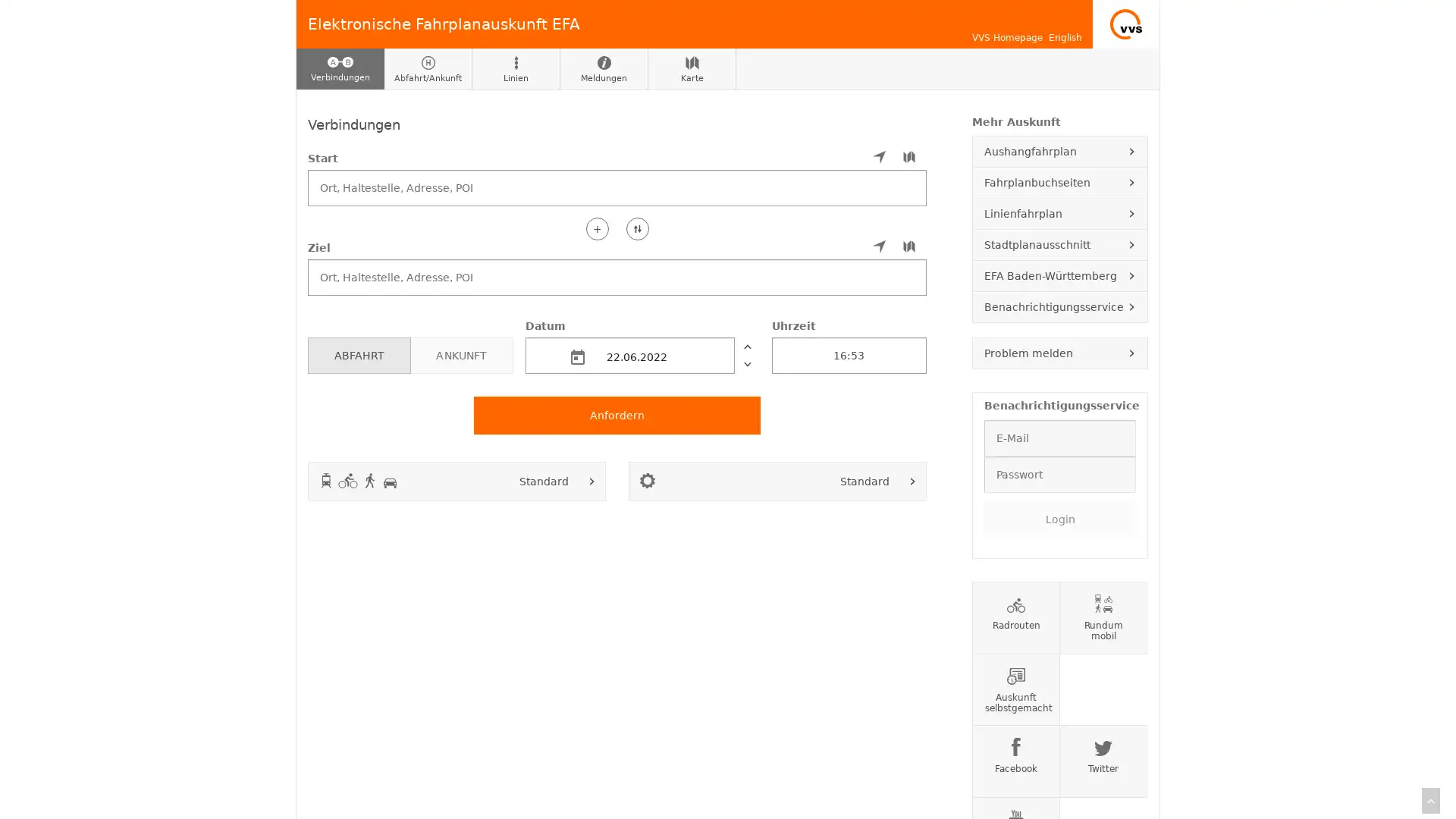  What do you see at coordinates (912, 480) in the screenshot?
I see `Fahroptionen` at bounding box center [912, 480].